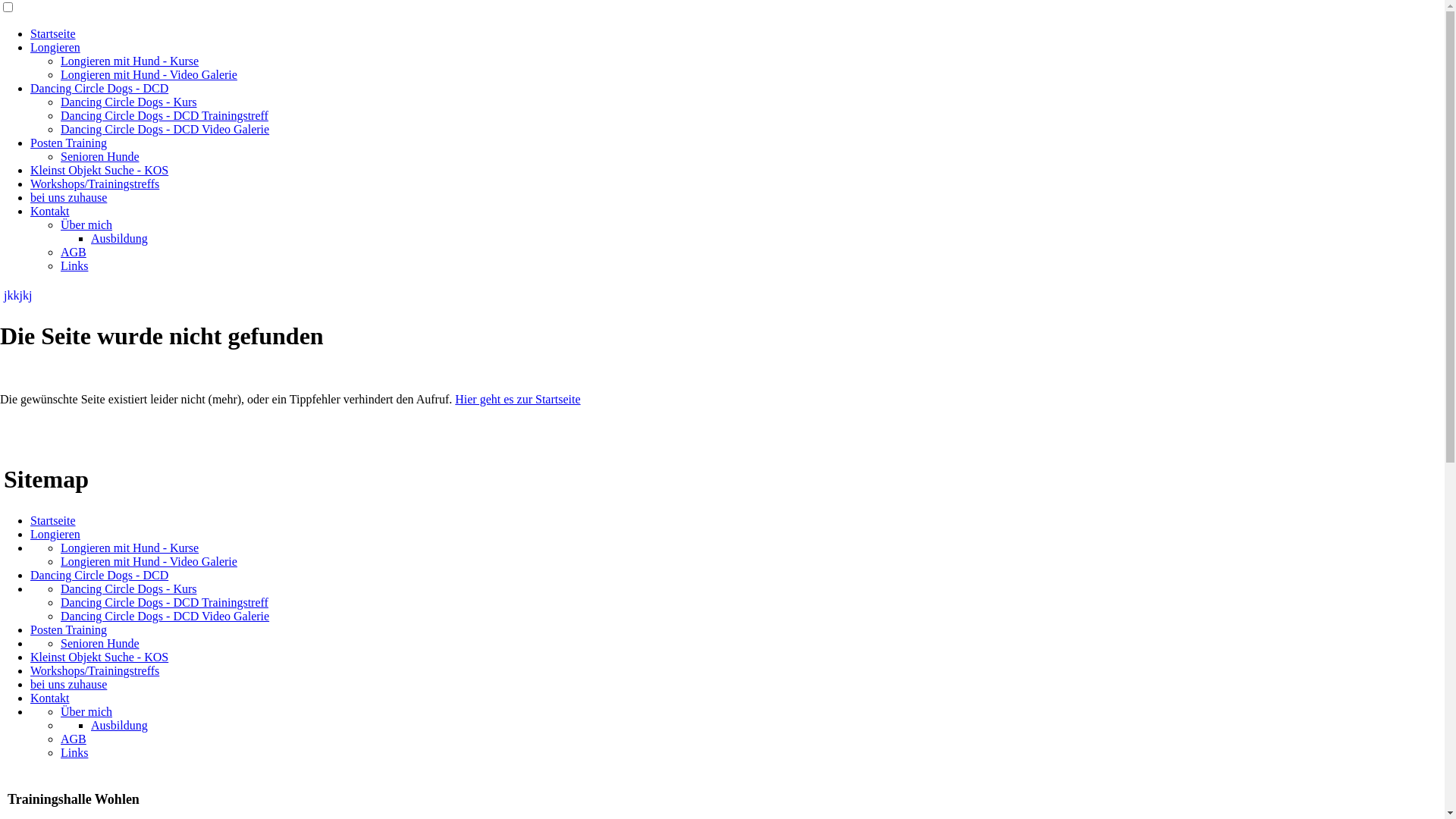 This screenshot has width=1456, height=819. Describe the element at coordinates (30, 196) in the screenshot. I see `'bei uns zuhause'` at that location.